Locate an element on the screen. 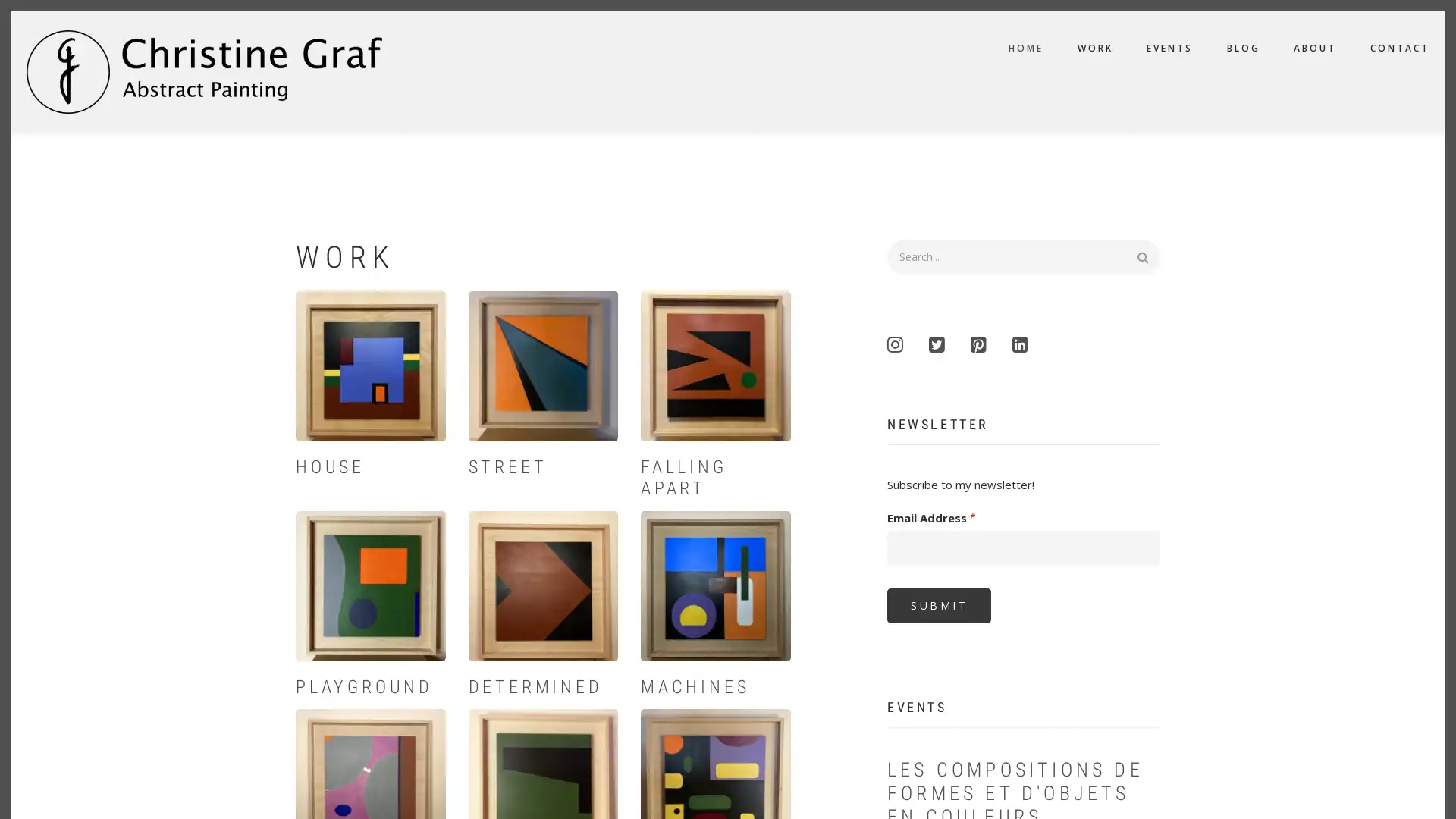 This screenshot has height=819, width=1456. Submit is located at coordinates (938, 604).